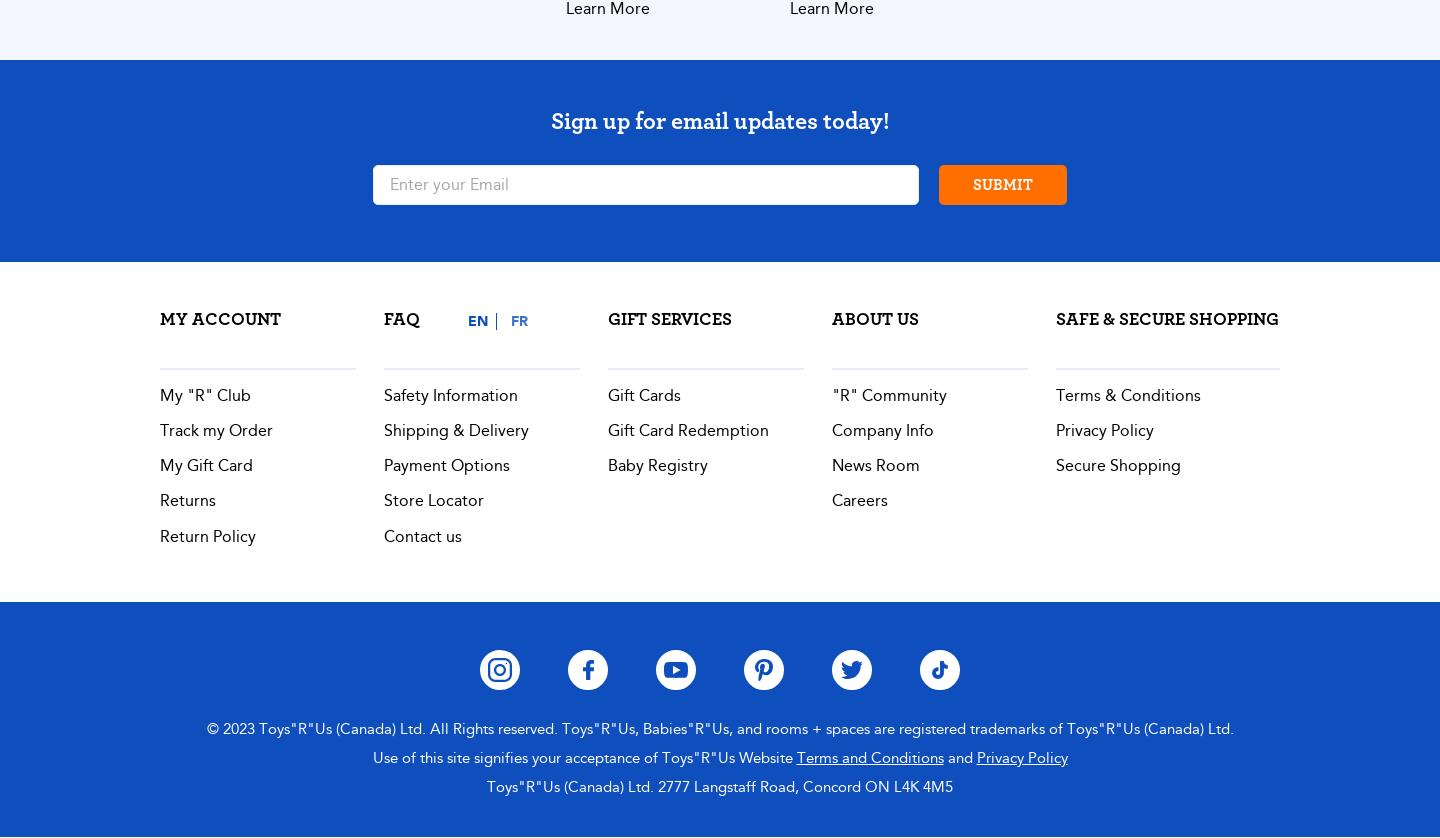 Image resolution: width=1440 pixels, height=838 pixels. What do you see at coordinates (1167, 318) in the screenshot?
I see `'Safe & Secure Shopping'` at bounding box center [1167, 318].